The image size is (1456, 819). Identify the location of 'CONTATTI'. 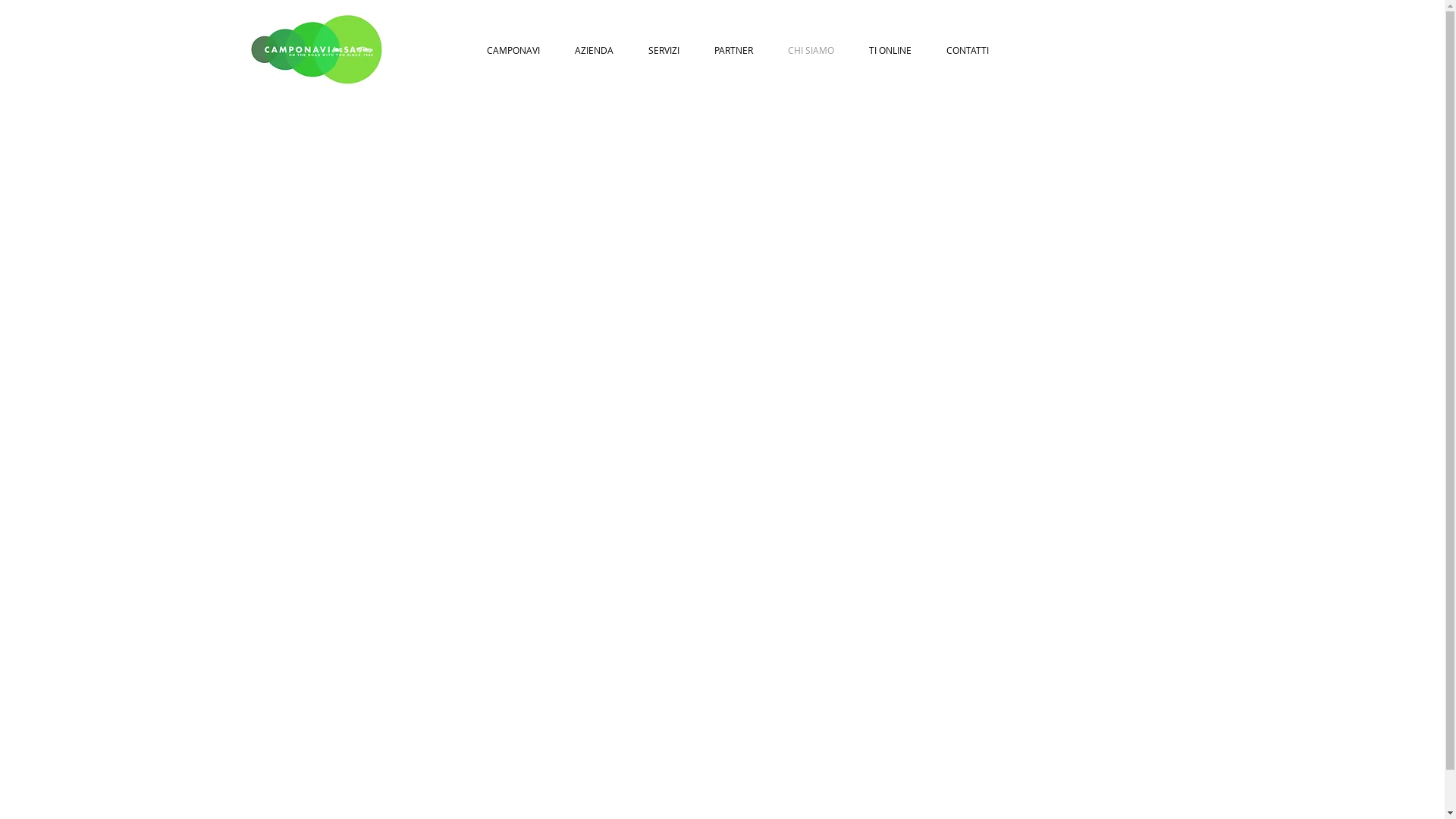
(928, 49).